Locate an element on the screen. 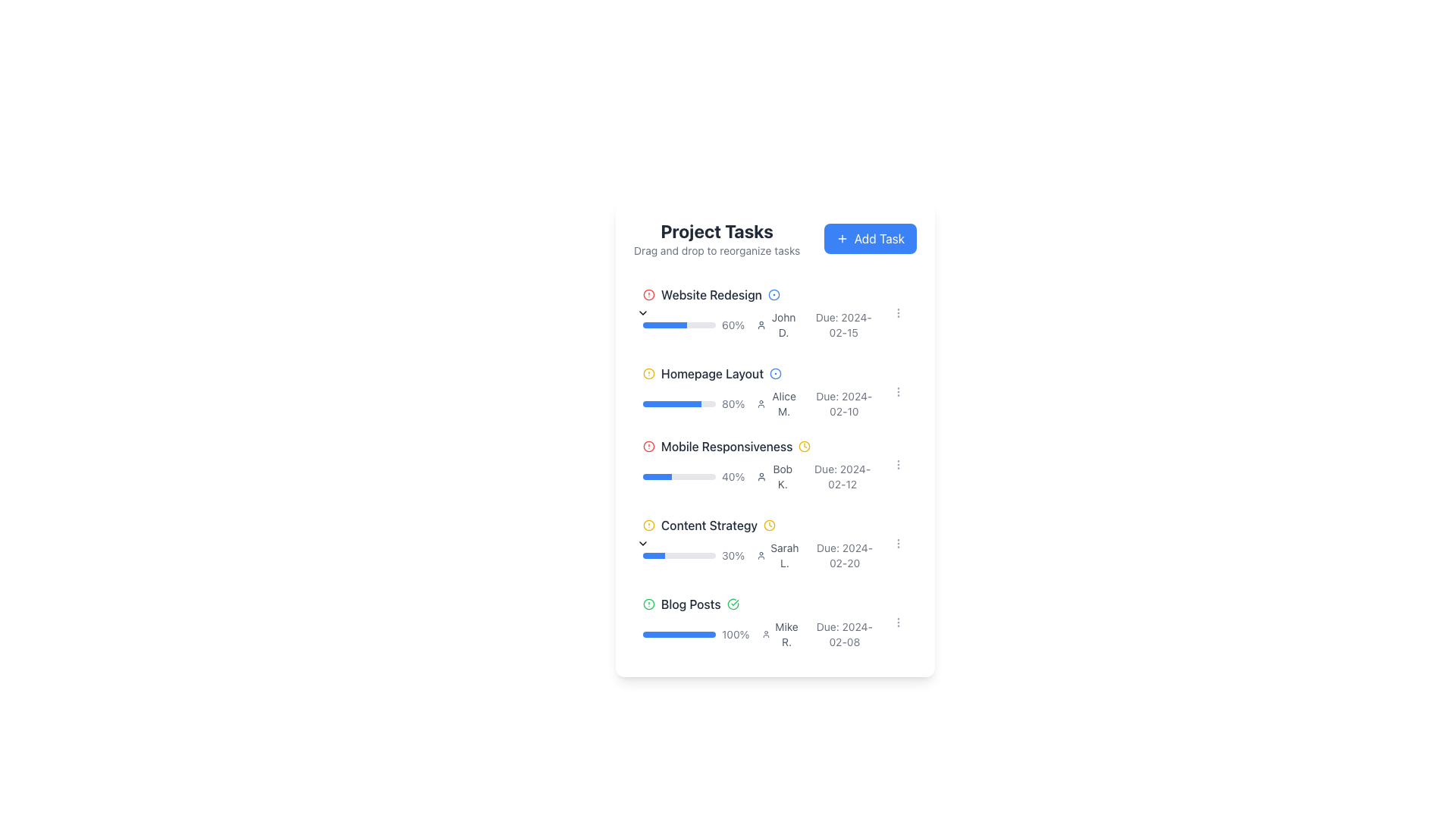 The image size is (1456, 819). the user icon next to the assignee's name 'Alice M.' in the Task Summary Row is located at coordinates (760, 403).